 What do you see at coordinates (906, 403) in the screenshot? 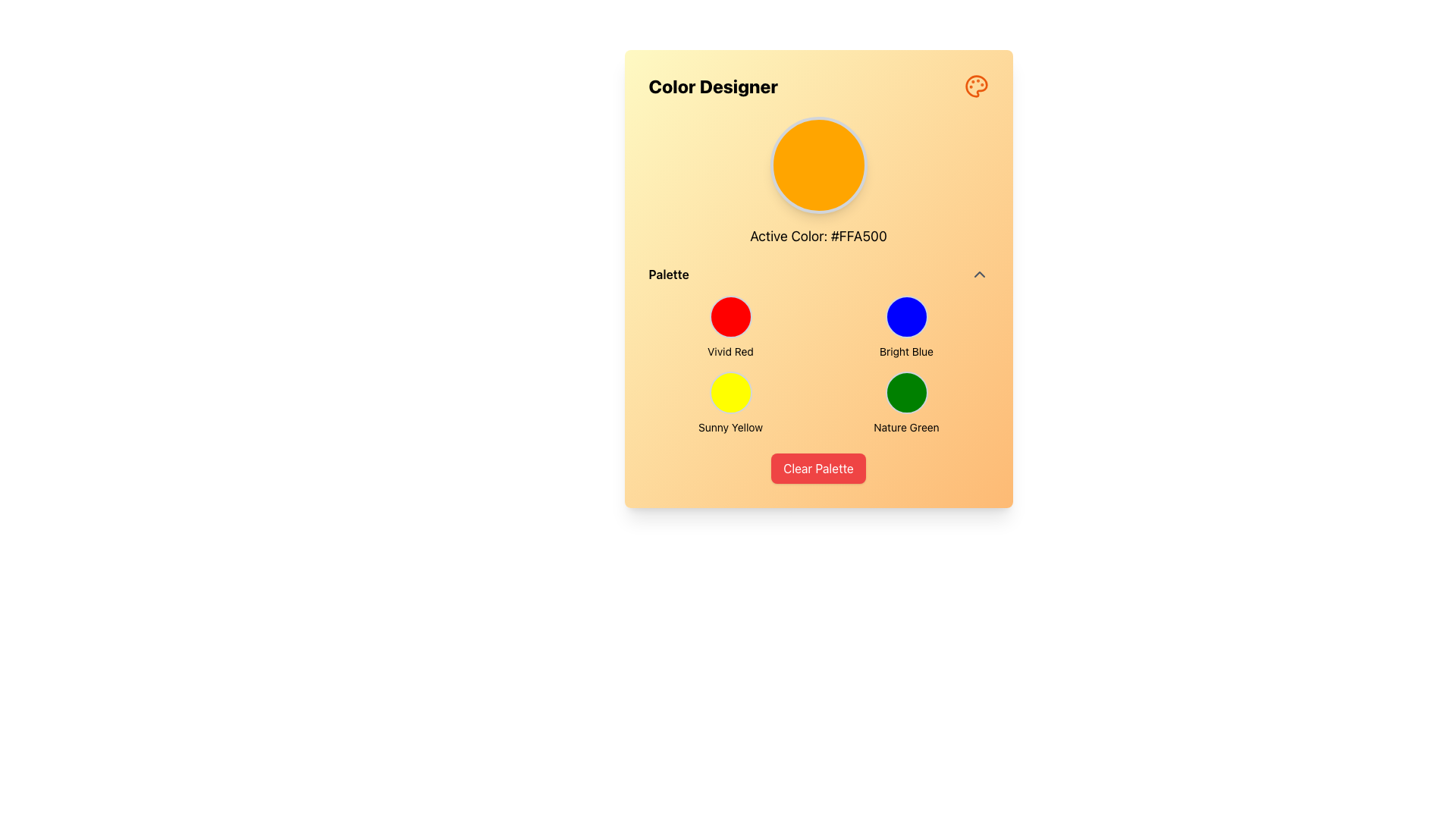
I see `the circular green 'Nature Green' color selection button located in the bottom-right corner of the color palette grid` at bounding box center [906, 403].